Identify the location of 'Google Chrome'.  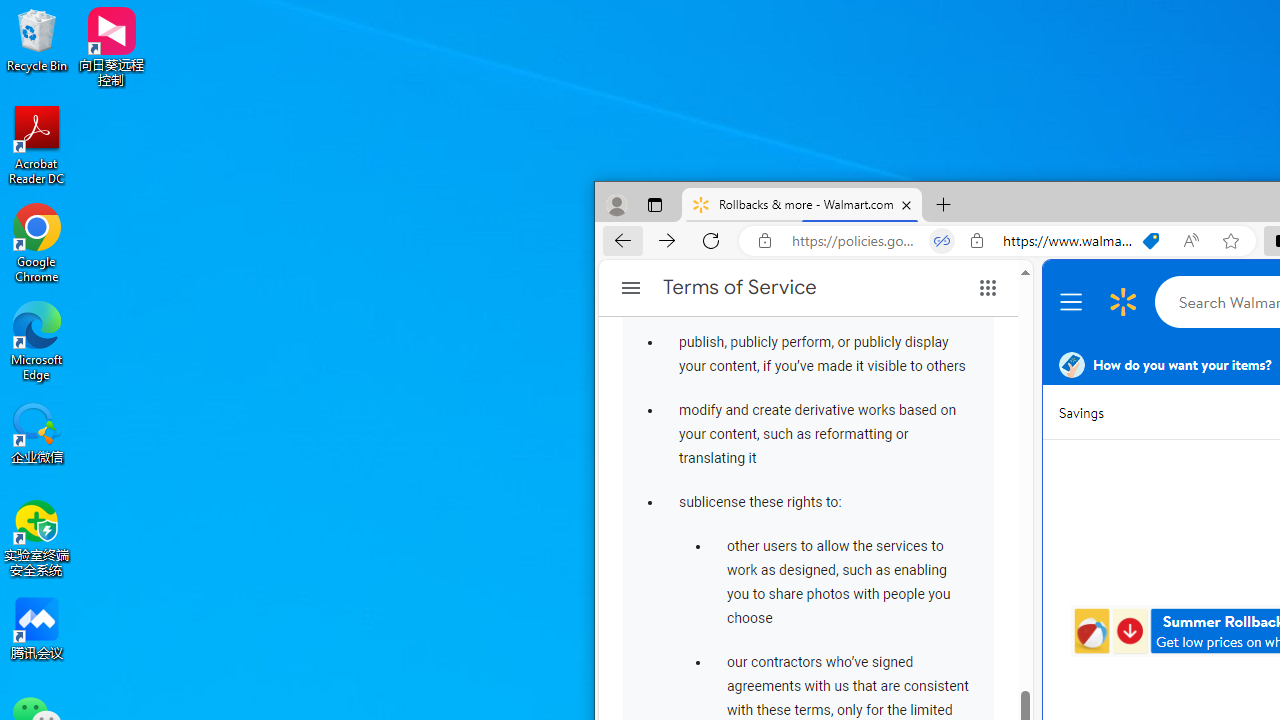
(37, 242).